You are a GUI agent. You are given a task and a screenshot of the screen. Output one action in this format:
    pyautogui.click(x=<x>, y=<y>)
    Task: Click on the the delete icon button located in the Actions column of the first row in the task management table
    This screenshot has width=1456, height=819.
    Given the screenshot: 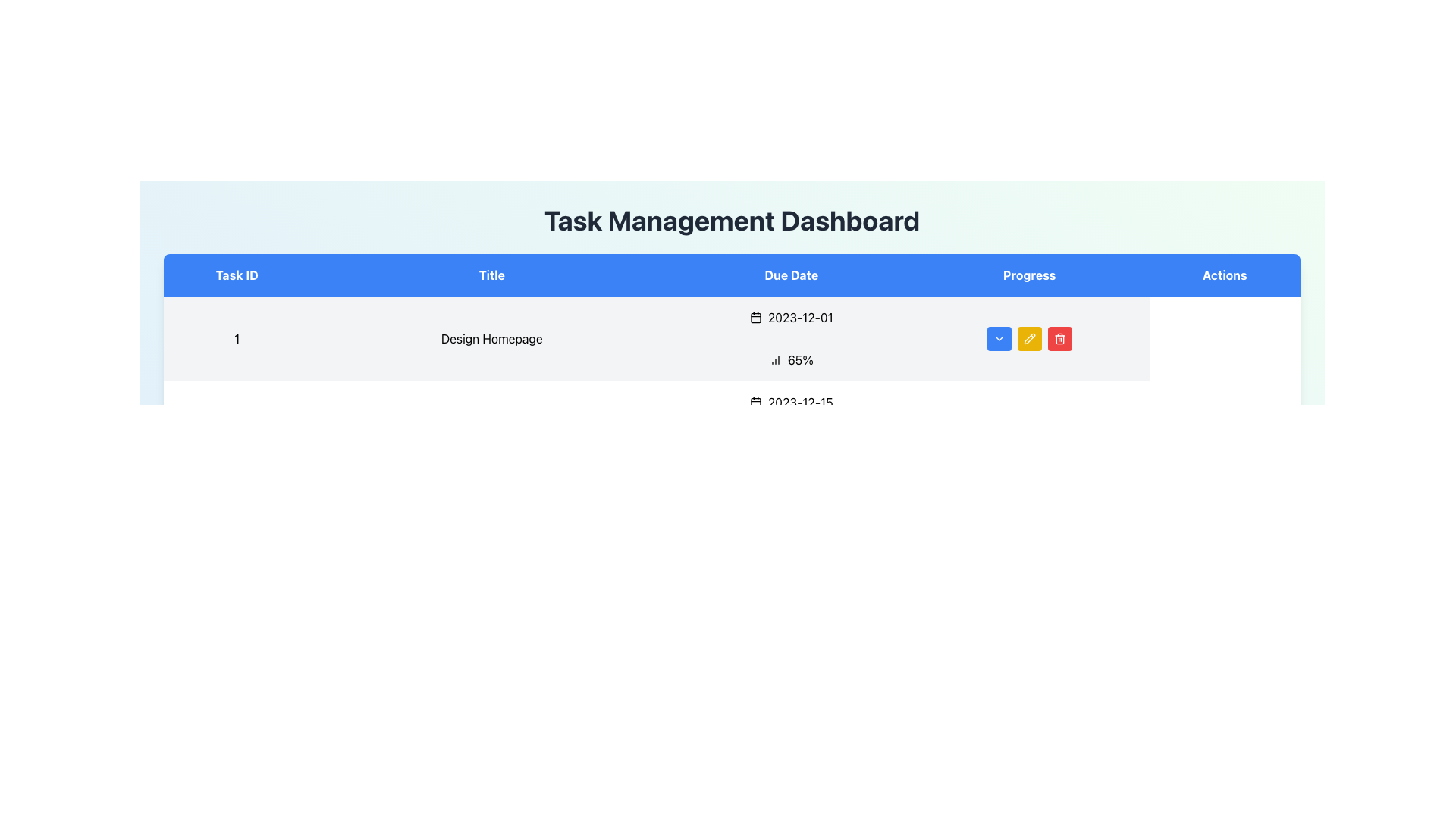 What is the action you would take?
    pyautogui.click(x=1059, y=338)
    